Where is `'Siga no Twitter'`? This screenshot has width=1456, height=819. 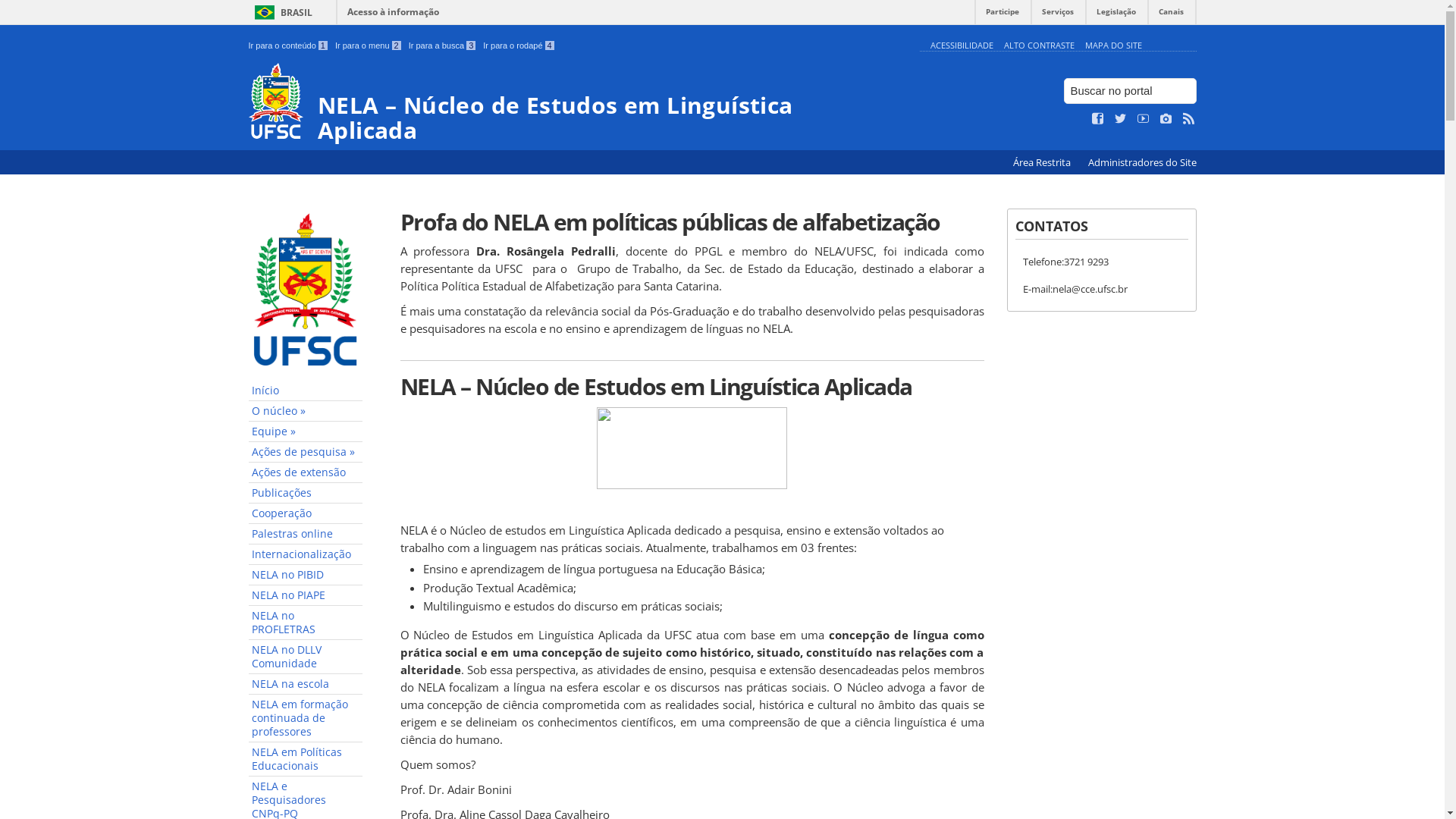
'Siga no Twitter' is located at coordinates (1121, 118).